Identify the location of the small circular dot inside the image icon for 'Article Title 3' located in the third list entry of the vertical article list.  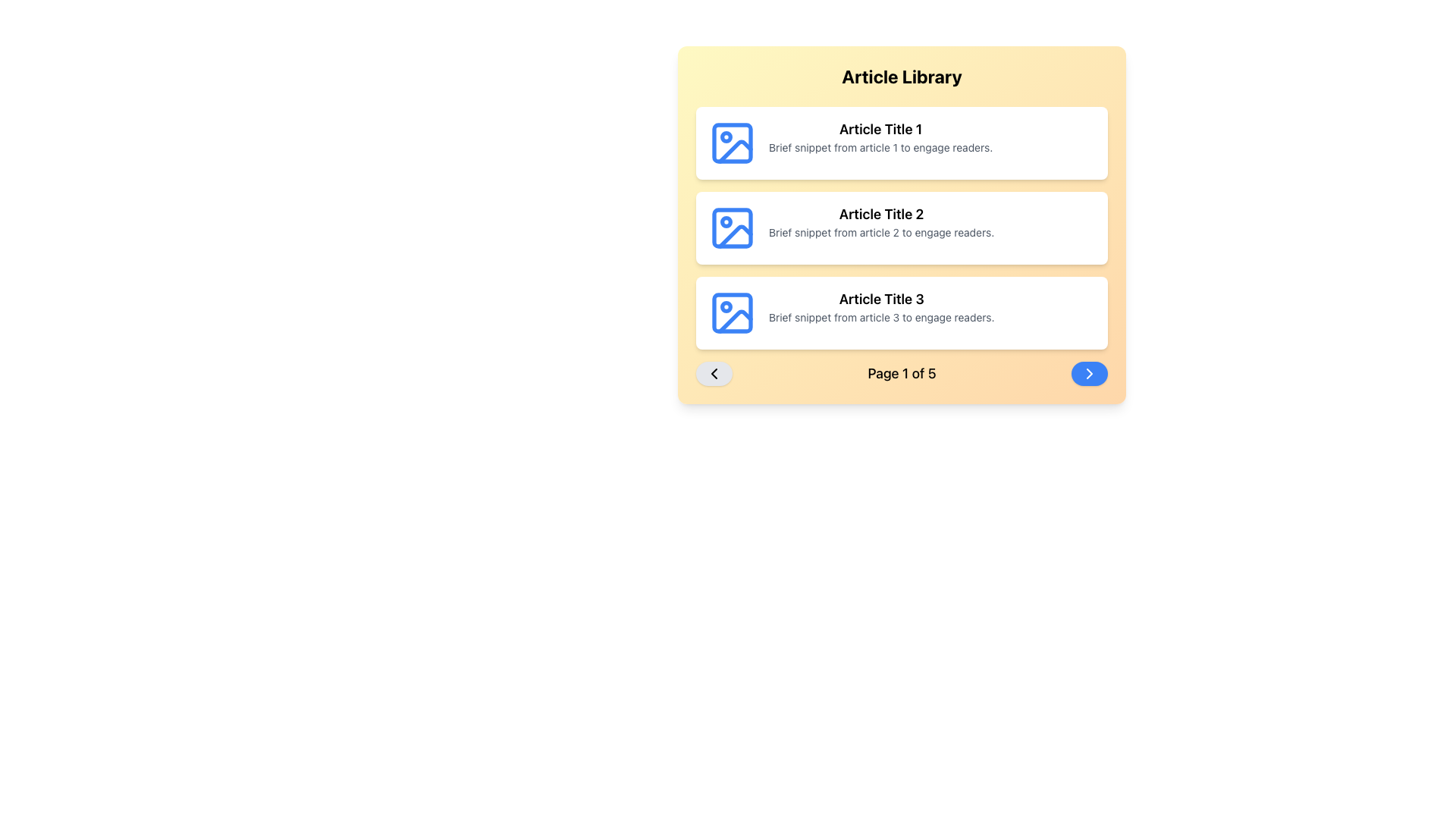
(726, 307).